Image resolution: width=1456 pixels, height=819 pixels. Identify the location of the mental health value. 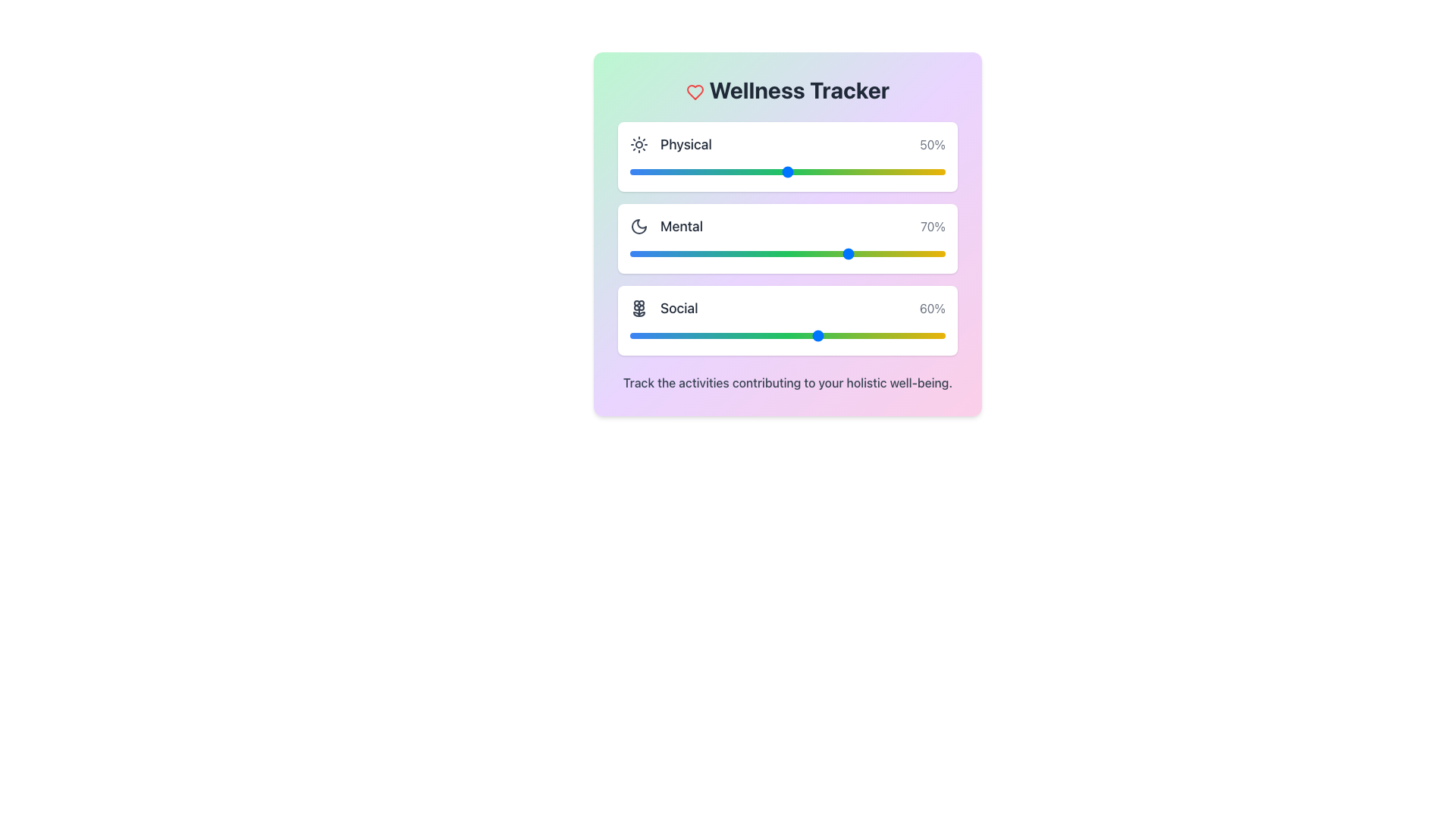
(648, 253).